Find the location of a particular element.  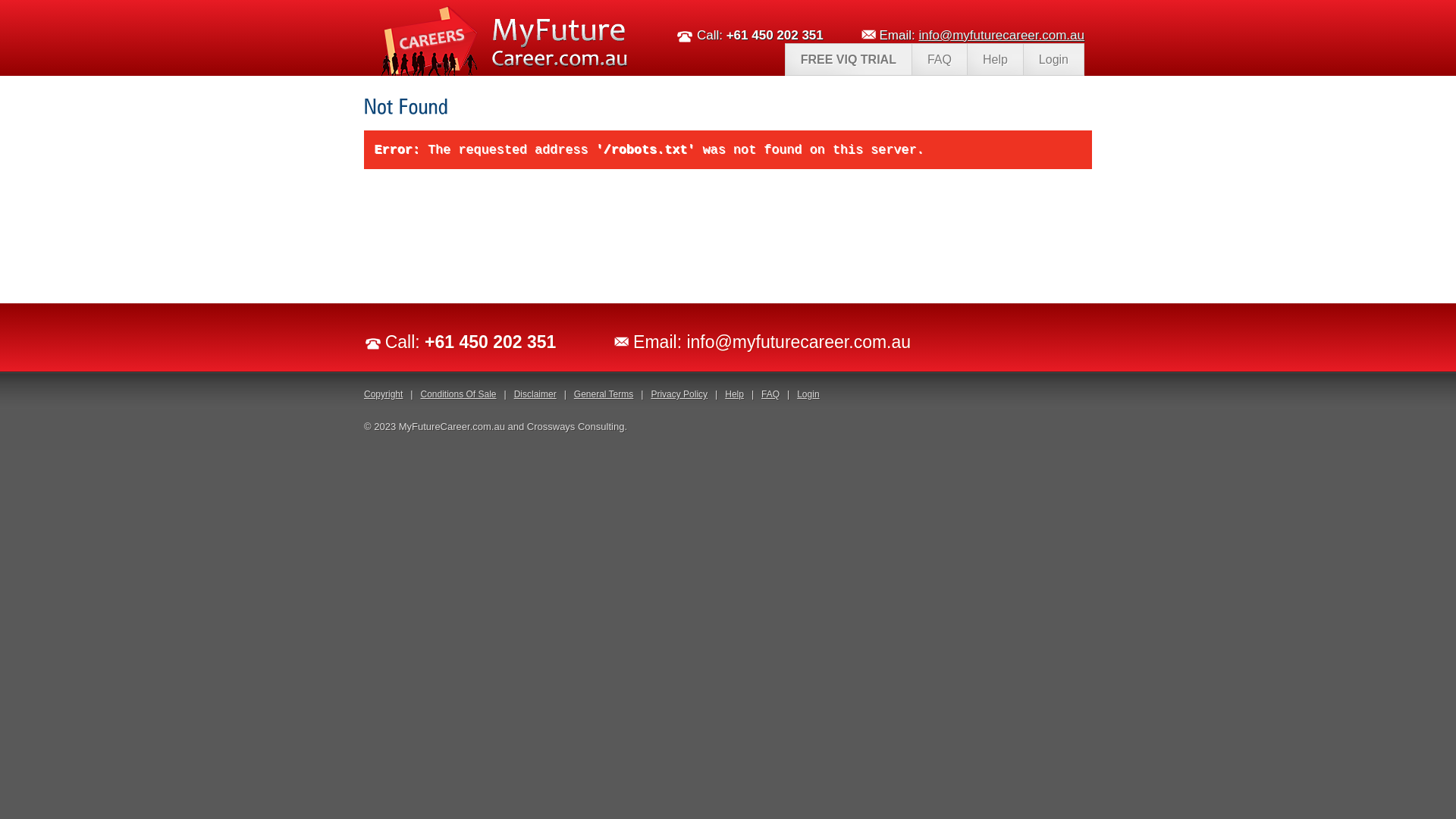

'General Terms' is located at coordinates (603, 394).